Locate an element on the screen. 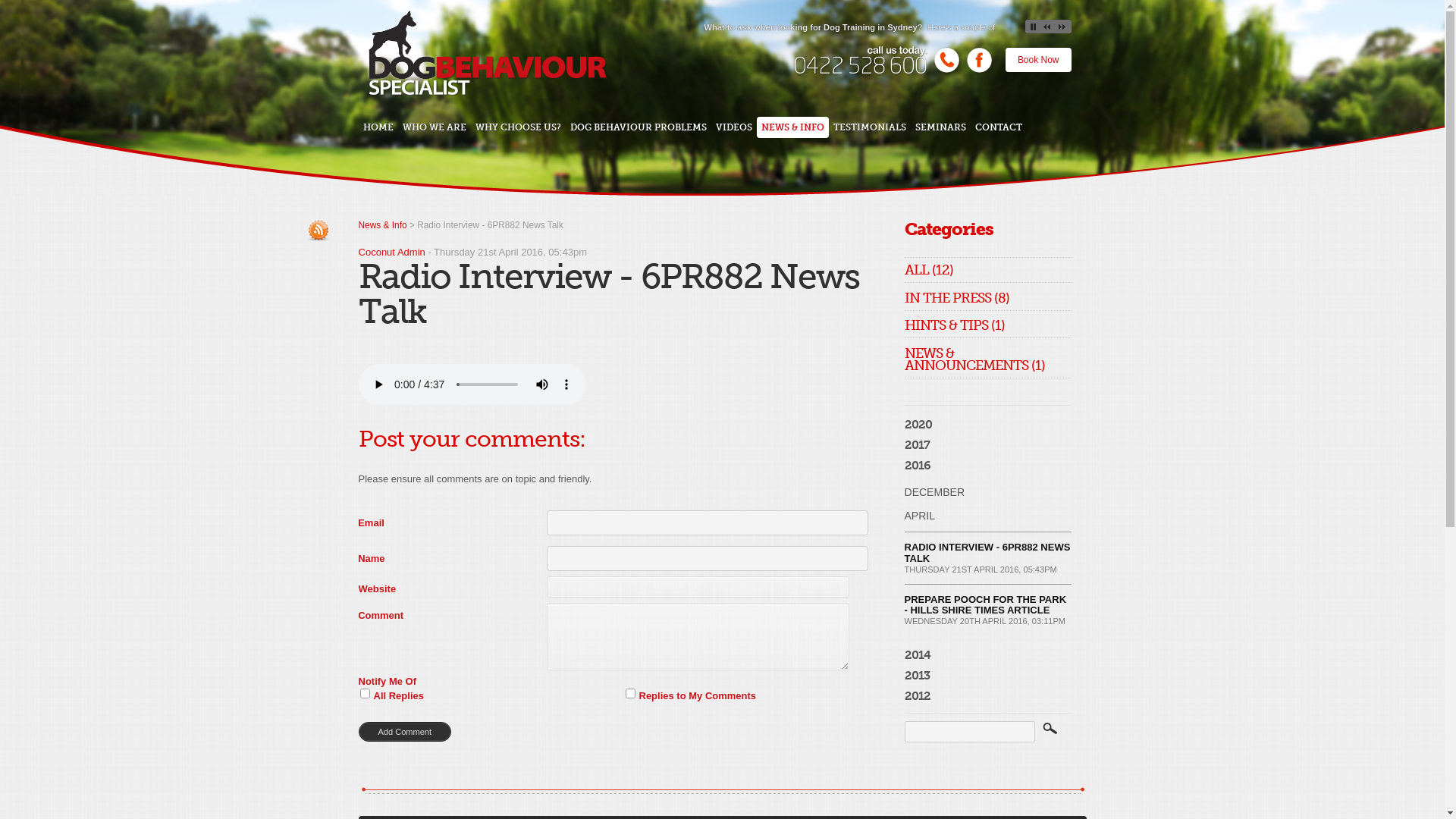  'IN THE PRESS (8)' is located at coordinates (903, 301).